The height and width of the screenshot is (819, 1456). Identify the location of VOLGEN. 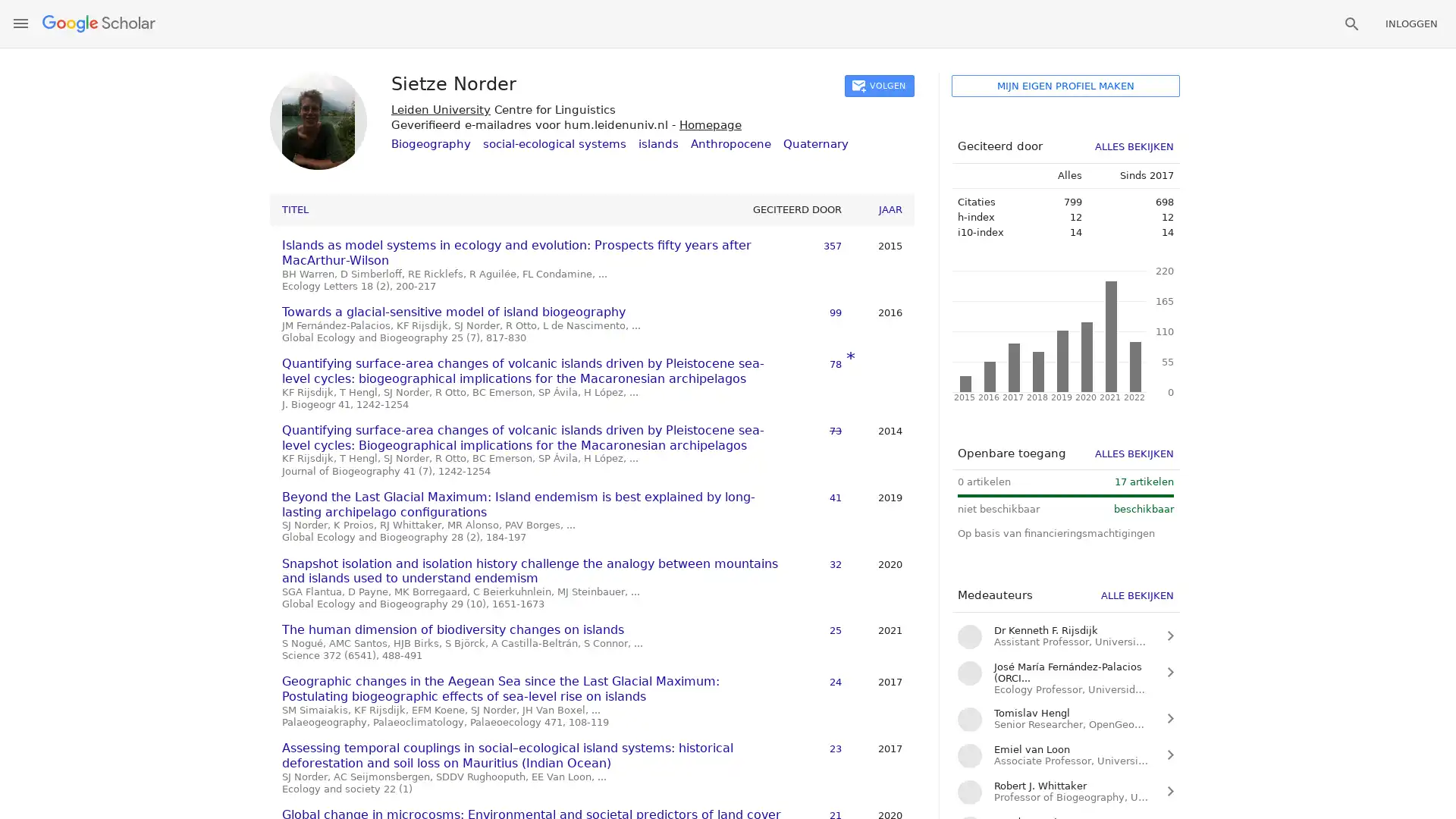
(880, 86).